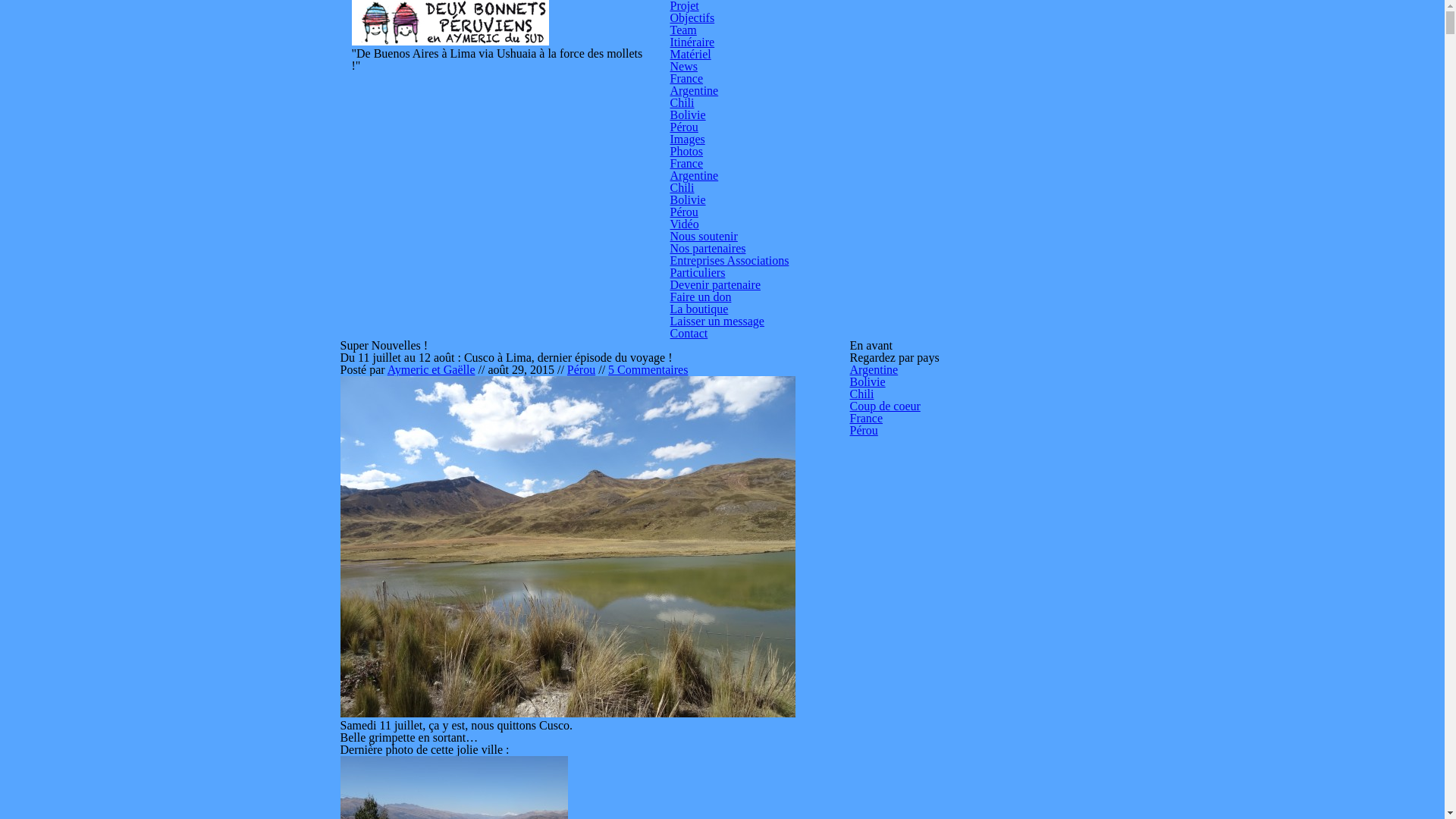  I want to click on 'Entreprises Associations', so click(730, 259).